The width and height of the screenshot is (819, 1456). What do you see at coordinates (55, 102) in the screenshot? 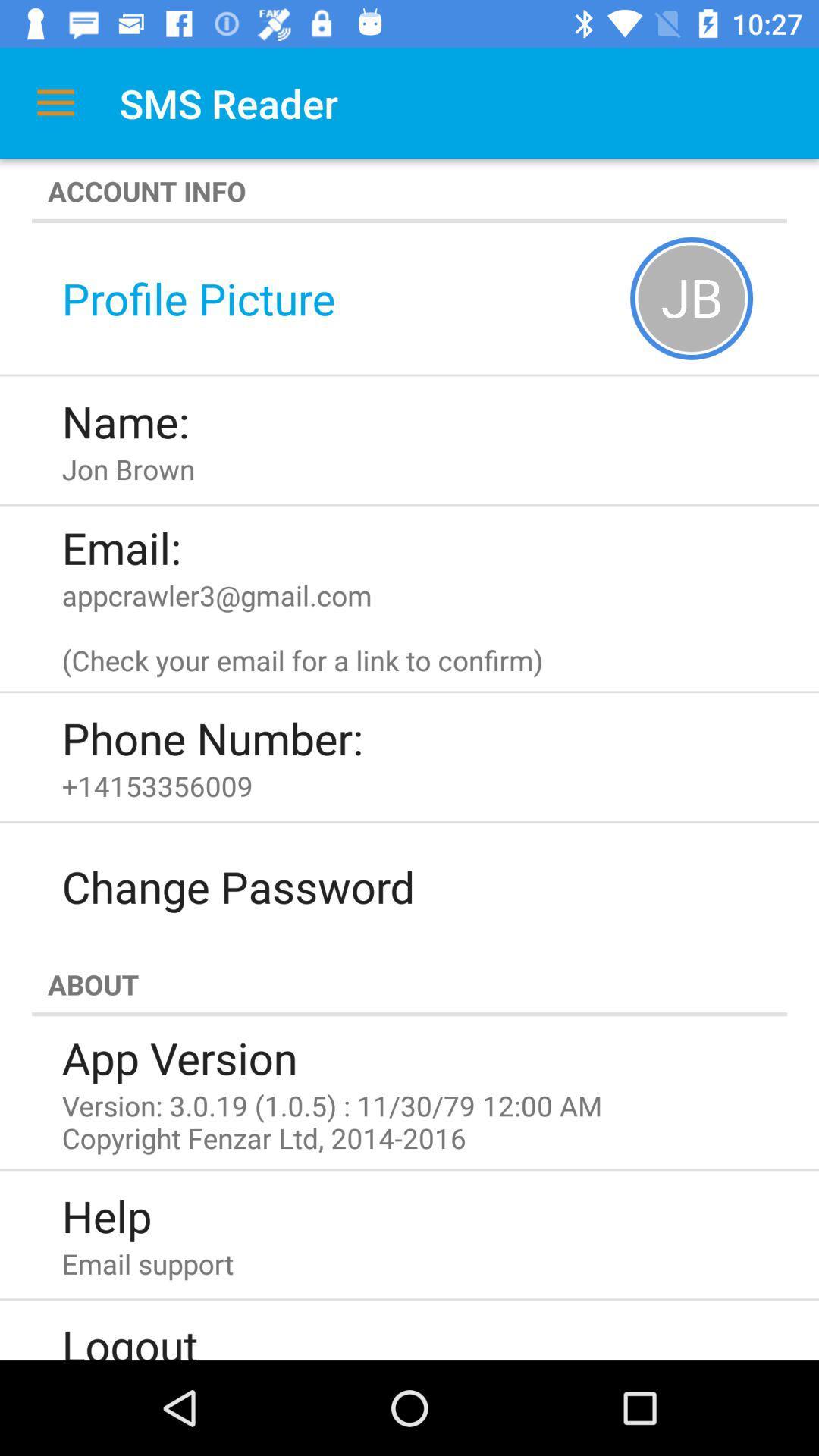
I see `app next to the sms reader item` at bounding box center [55, 102].